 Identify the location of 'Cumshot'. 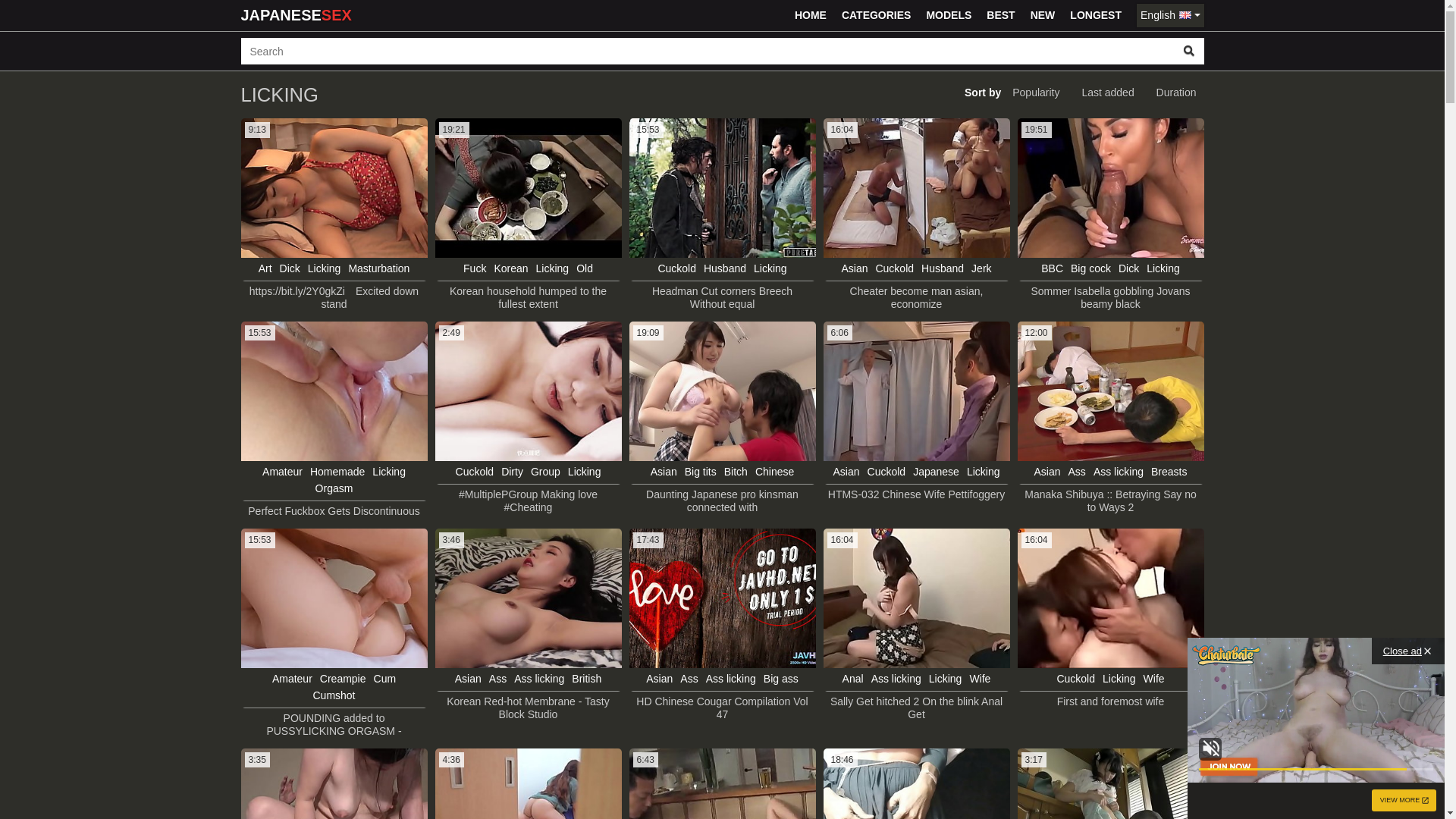
(333, 695).